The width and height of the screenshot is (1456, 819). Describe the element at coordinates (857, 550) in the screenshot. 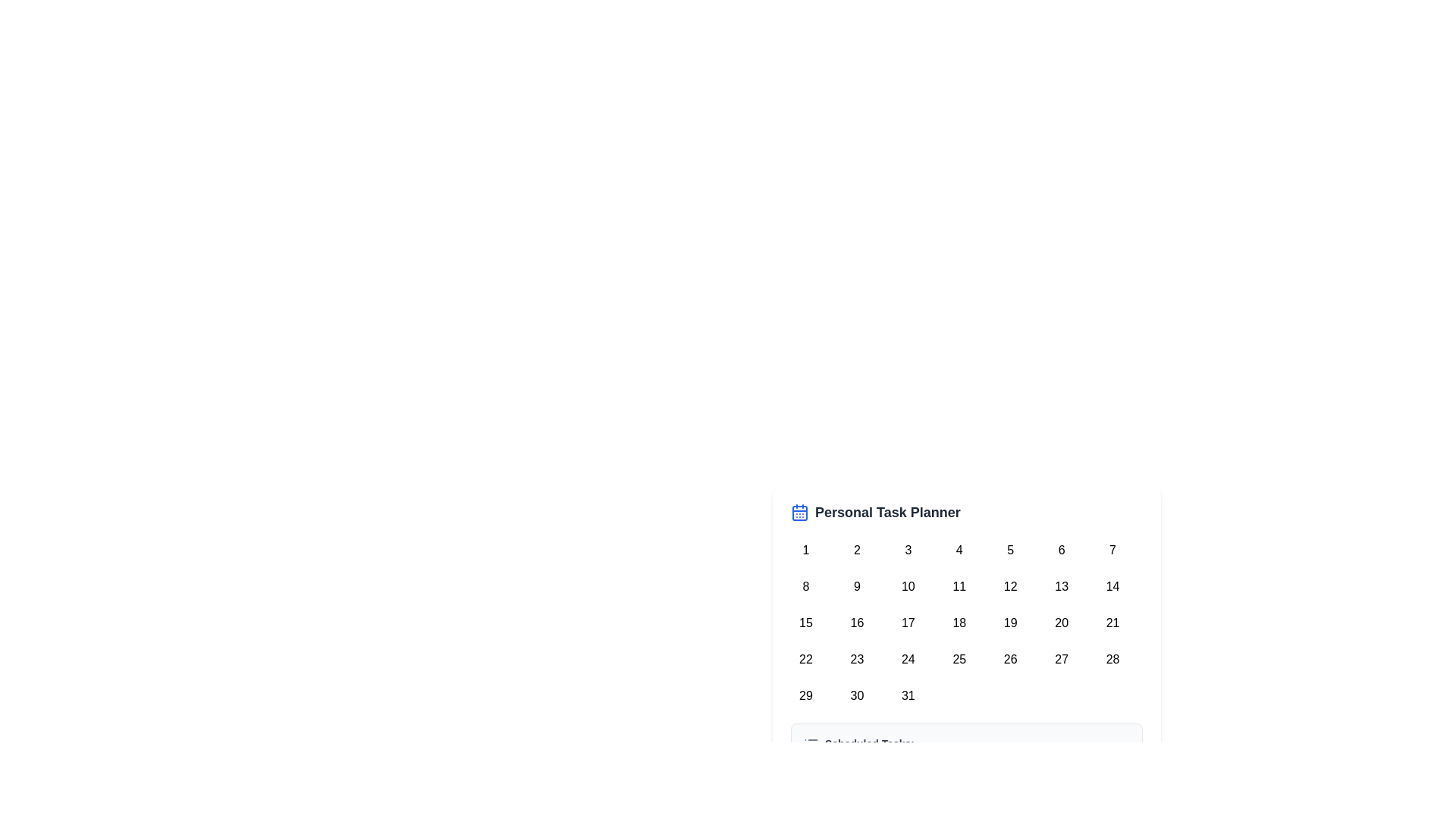

I see `the circular button featuring the number '2', which is the second item in the first row of a 7-column grid layout under the 'Personal Task Planner' title` at that location.